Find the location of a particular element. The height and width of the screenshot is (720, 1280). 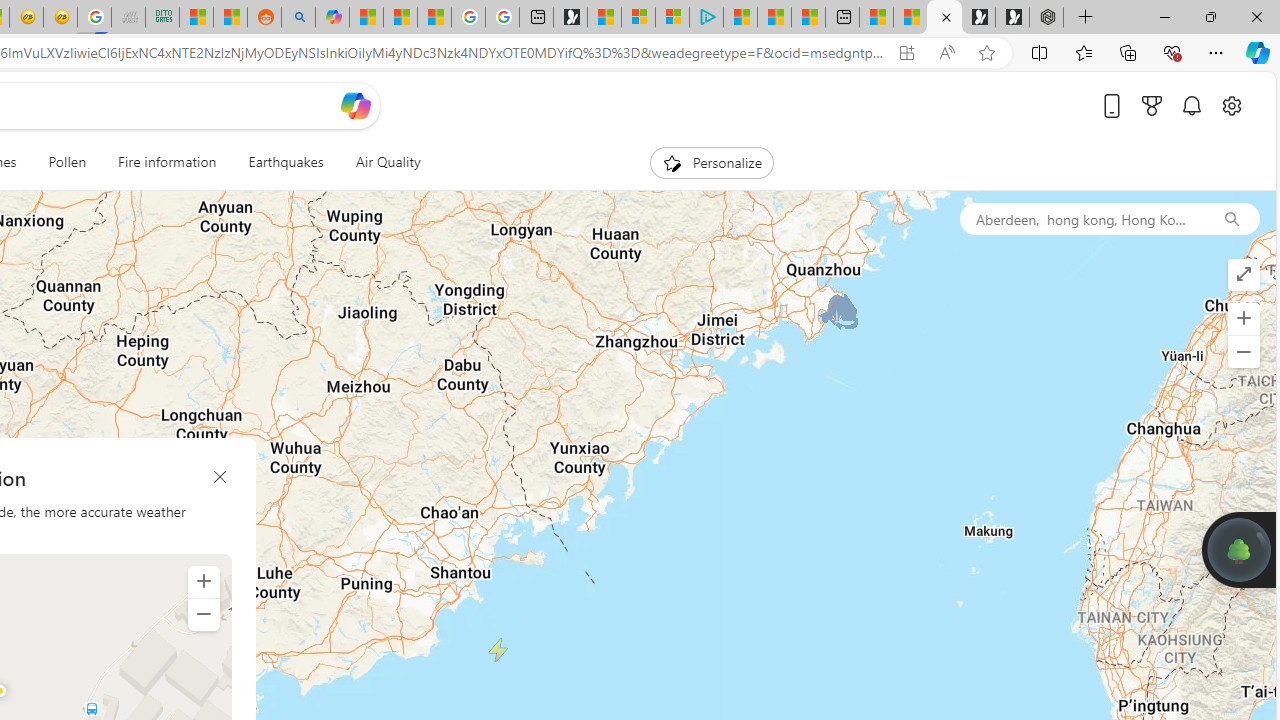

'Microsoft Start Gaming' is located at coordinates (569, 17).